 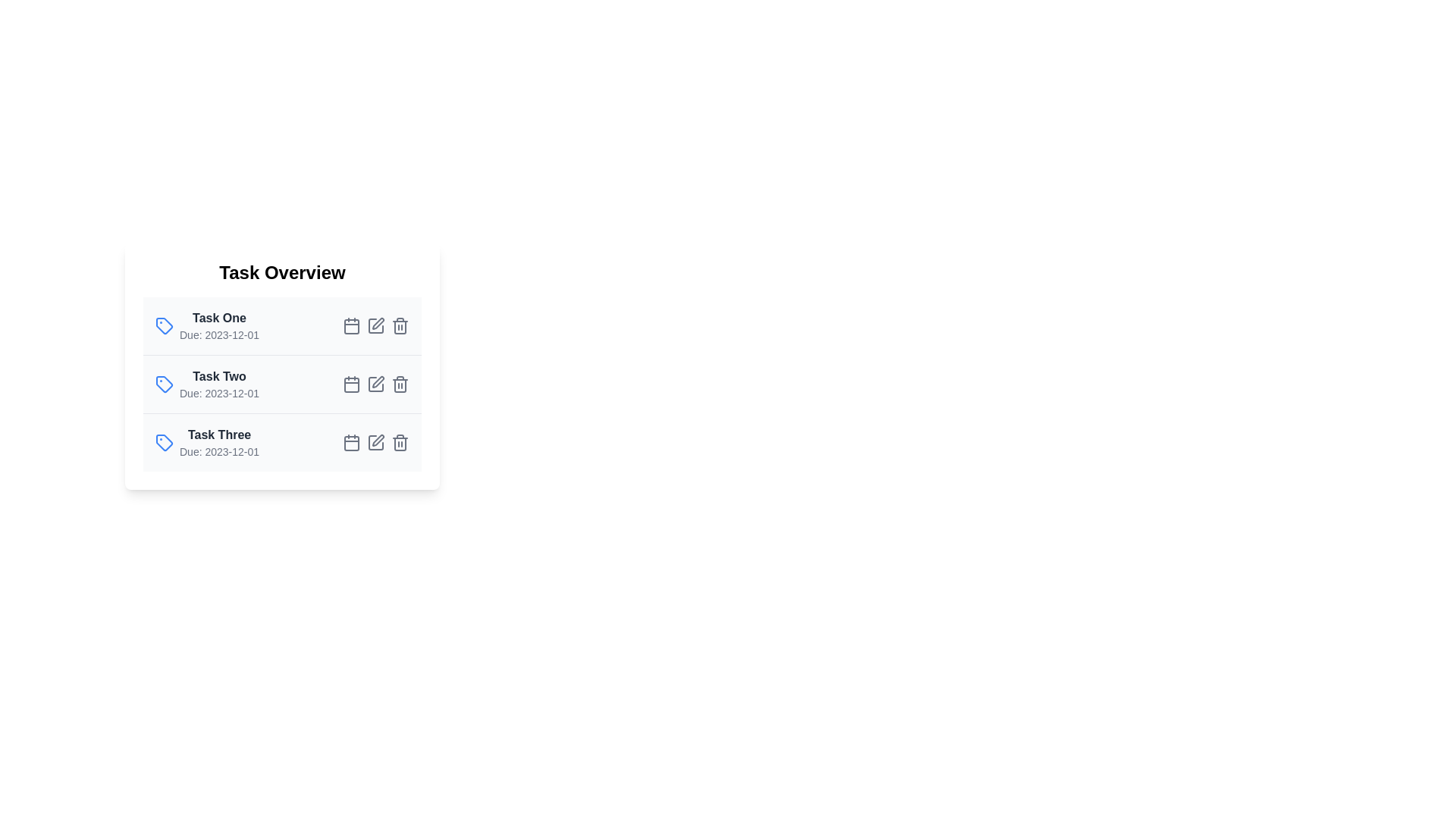 I want to click on the icon representing the tag for 'Task Two', located at the start of the second row of tasks, so click(x=164, y=383).